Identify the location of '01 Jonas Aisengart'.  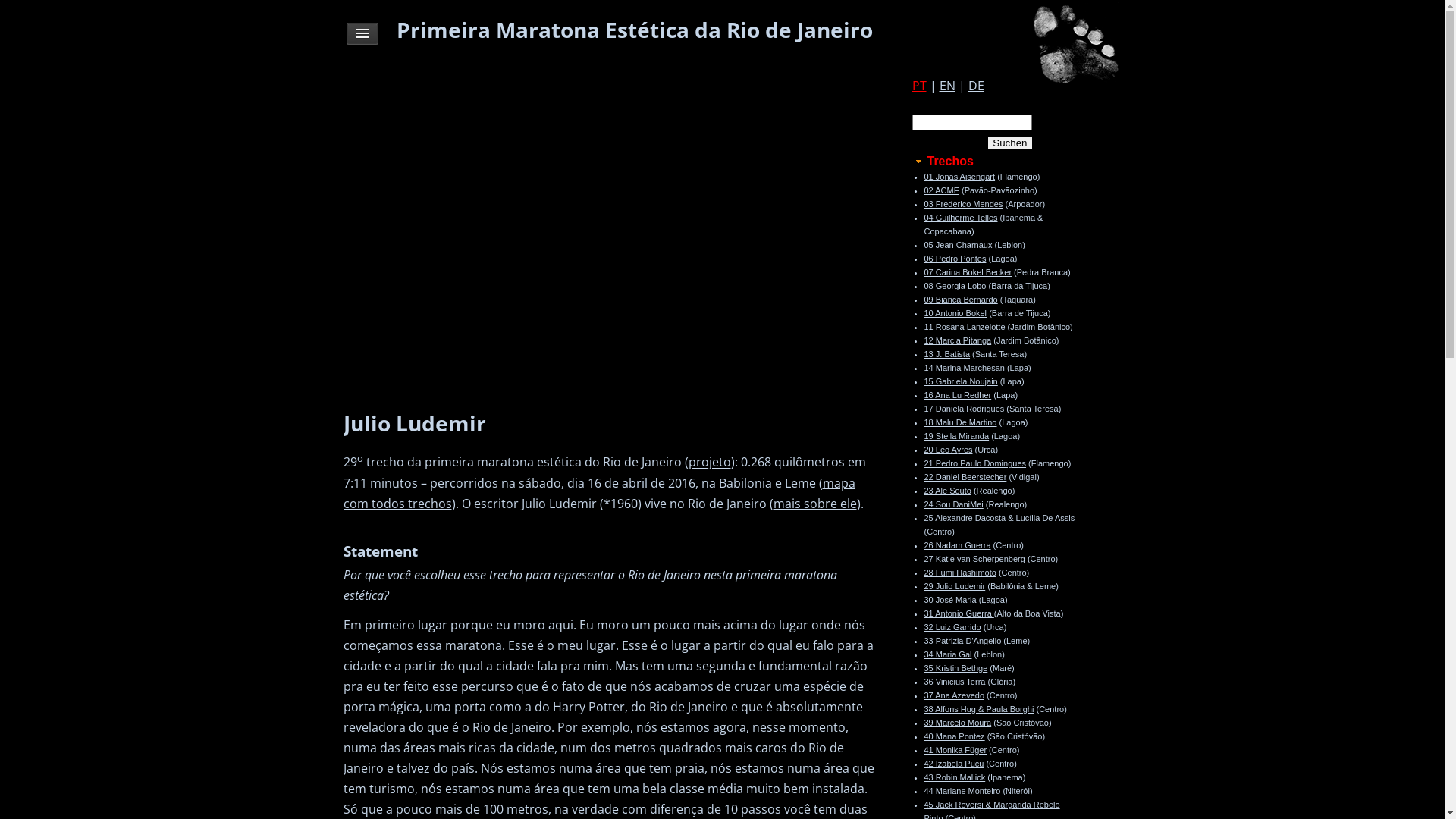
(959, 175).